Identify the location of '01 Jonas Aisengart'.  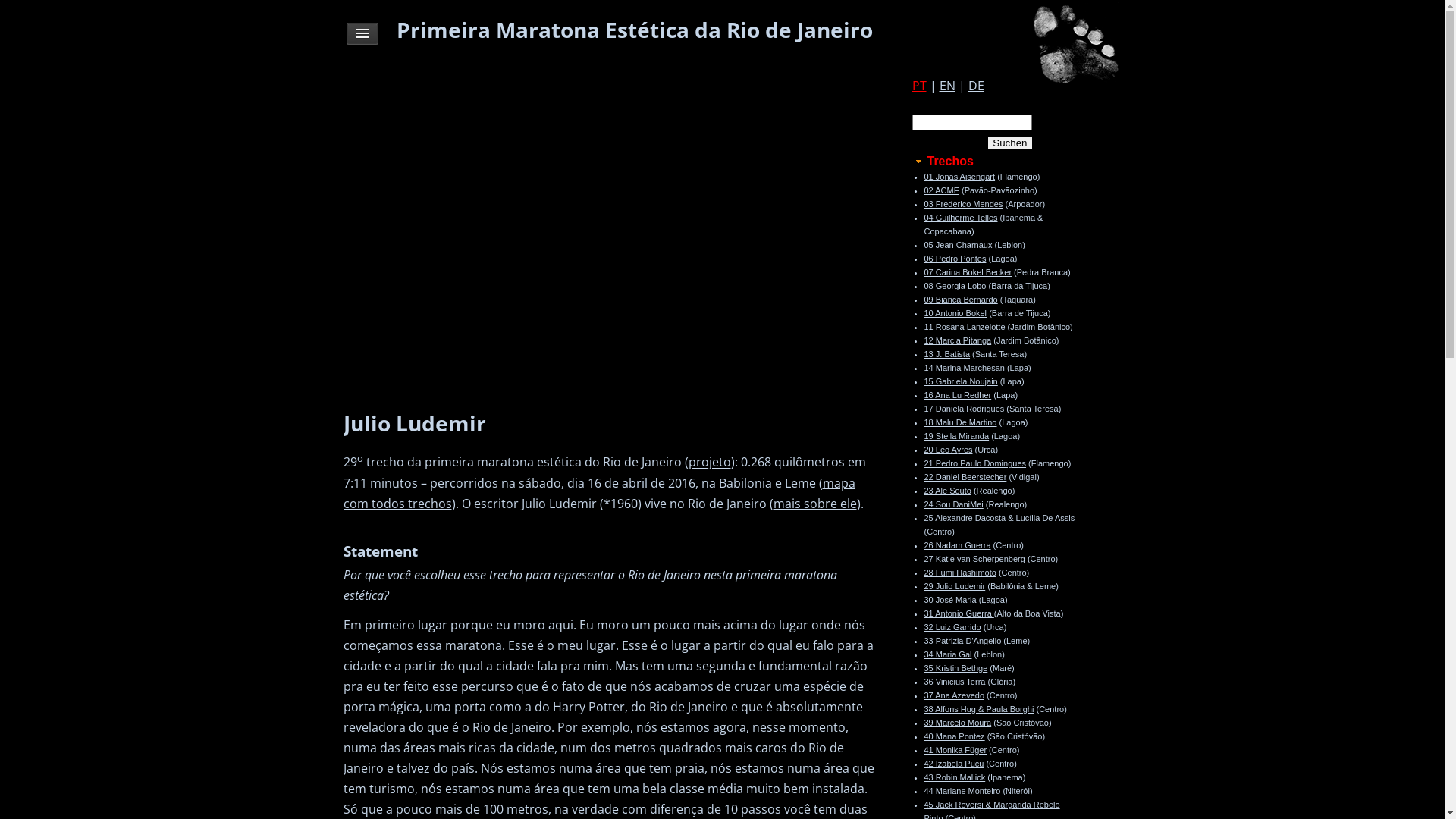
(959, 175).